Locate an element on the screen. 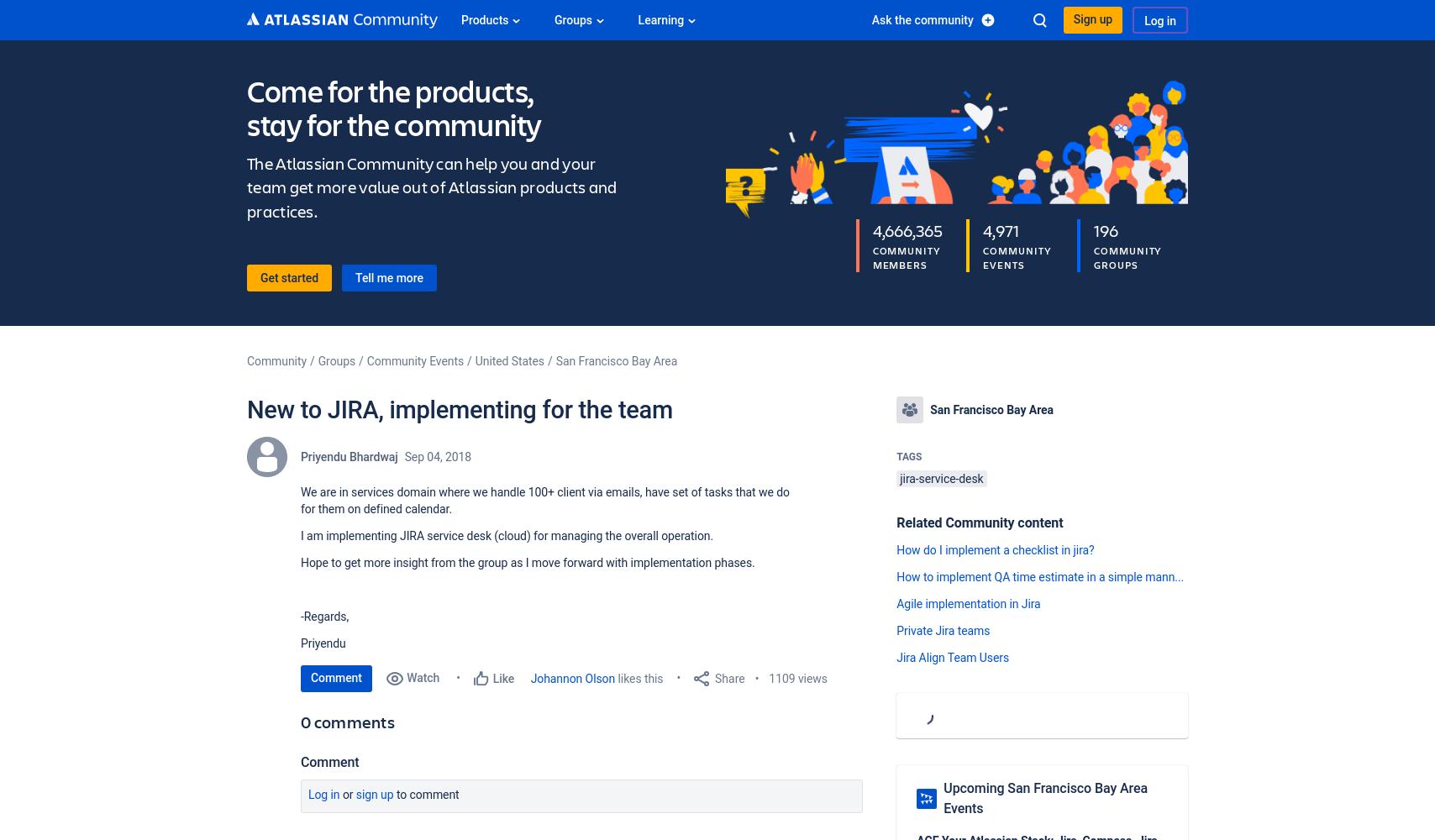 Image resolution: width=1435 pixels, height=840 pixels. 'How do I implement a checklist in jira?' is located at coordinates (995, 550).